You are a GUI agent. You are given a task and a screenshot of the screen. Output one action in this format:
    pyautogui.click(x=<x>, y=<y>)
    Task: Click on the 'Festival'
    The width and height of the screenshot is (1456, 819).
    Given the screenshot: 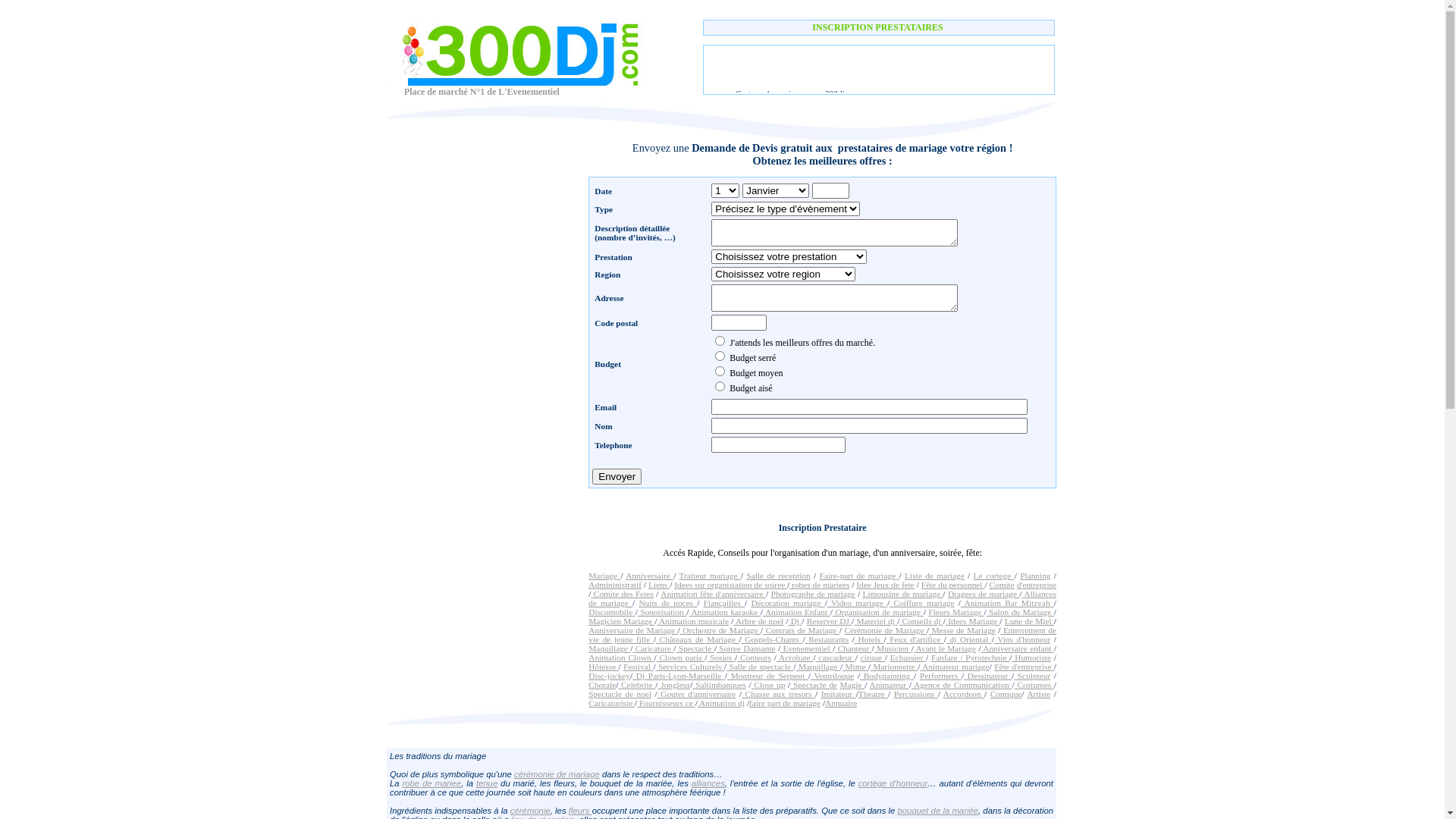 What is the action you would take?
    pyautogui.click(x=623, y=666)
    